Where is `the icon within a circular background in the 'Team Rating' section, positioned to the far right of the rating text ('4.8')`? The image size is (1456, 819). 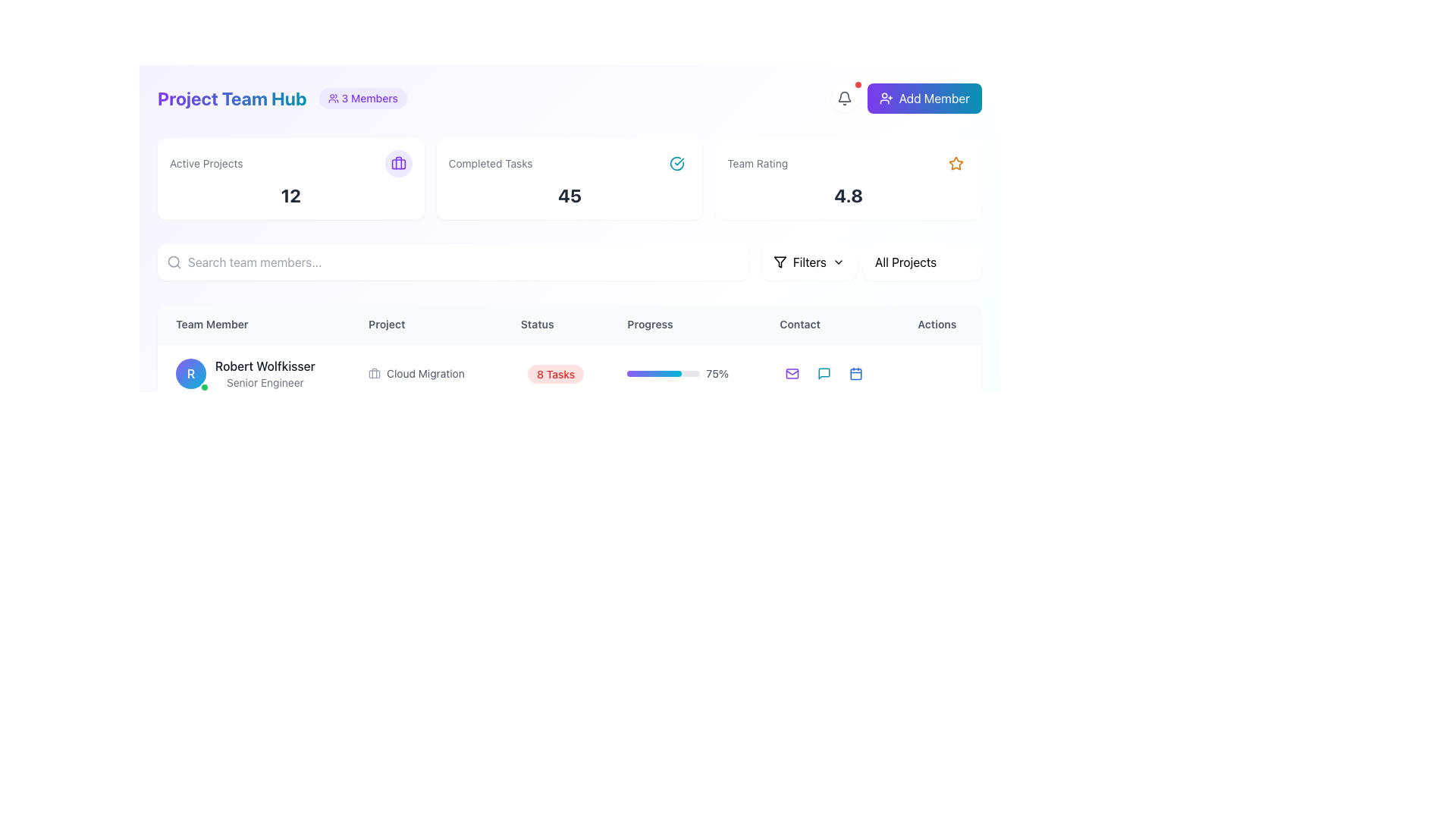 the icon within a circular background in the 'Team Rating' section, positioned to the far right of the rating text ('4.8') is located at coordinates (955, 164).